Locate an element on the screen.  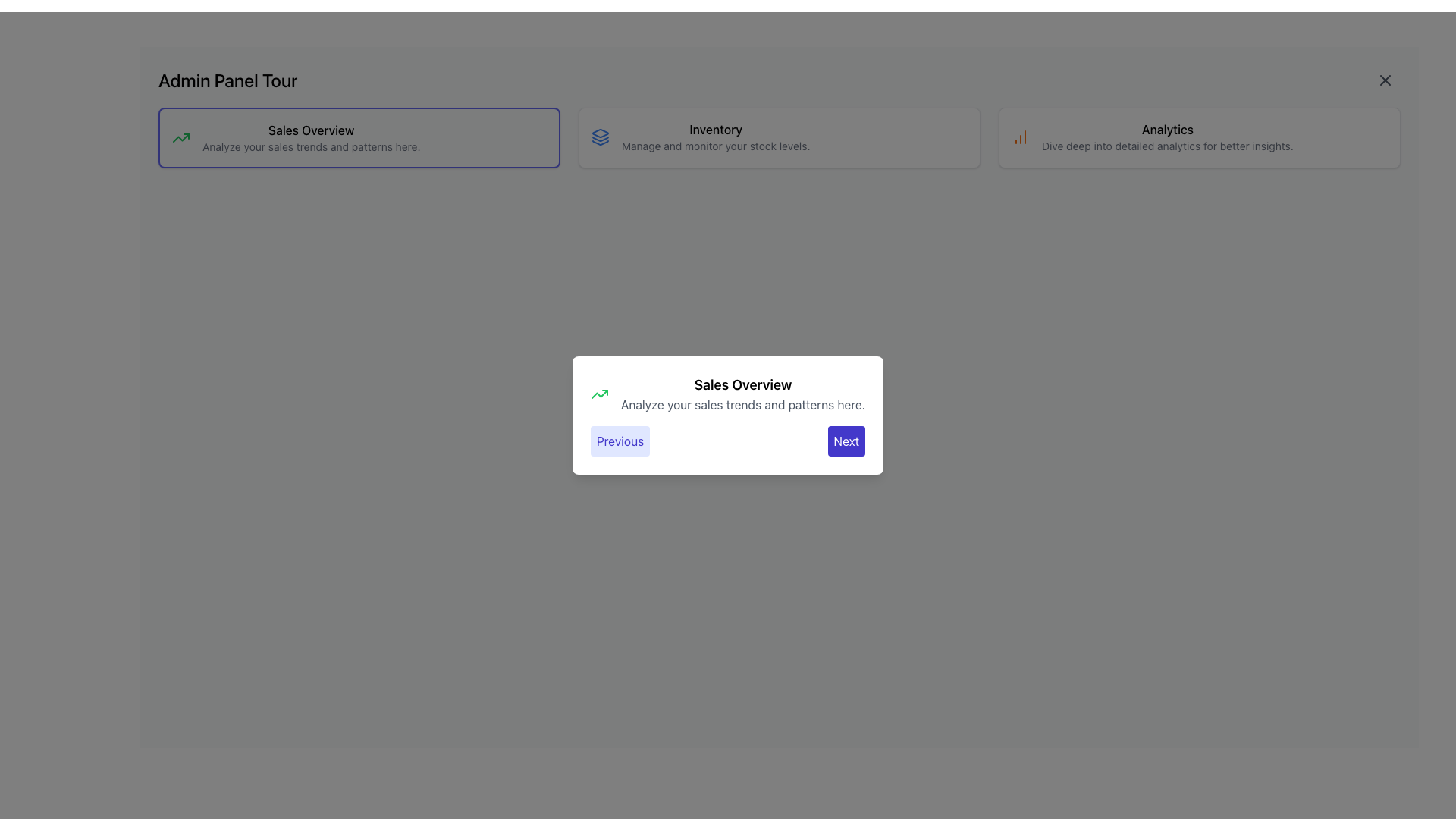
the upward trend SVG icon located in the 'Sales Overview' section, positioned to the left of the 'Sales Overview' text is located at coordinates (181, 137).